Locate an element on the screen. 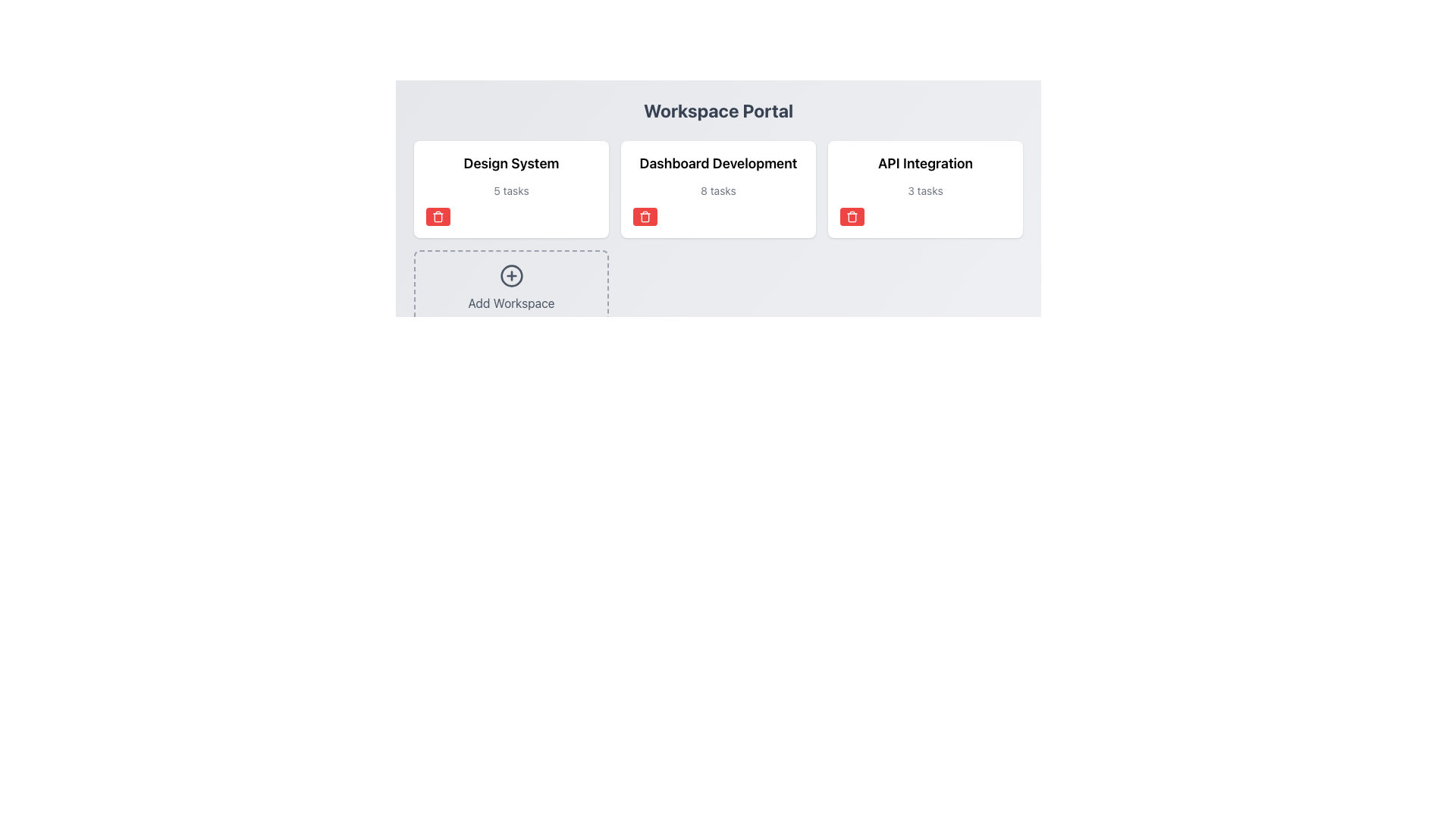 The width and height of the screenshot is (1456, 819). the trash icon located in the top left corner of the first delete button to initiate a delete action for the associated item in the workspace is located at coordinates (437, 216).